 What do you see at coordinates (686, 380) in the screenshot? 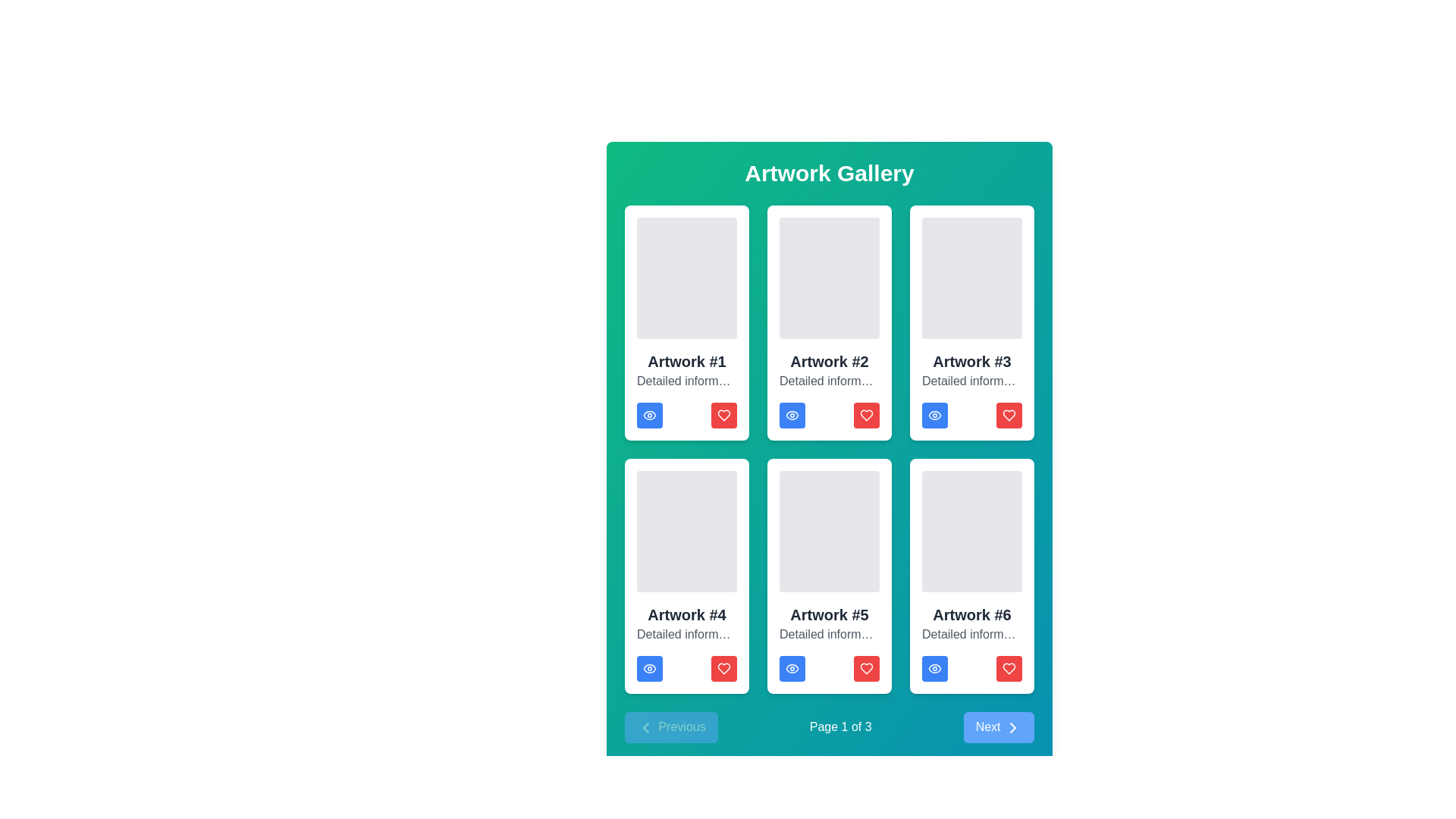
I see `the label that provides a short description summary for the artwork item 'Artwork #1', located within the first card in the grid layout of the artwork gallery, just below the title 'Artwork #1' and above the control buttons` at bounding box center [686, 380].